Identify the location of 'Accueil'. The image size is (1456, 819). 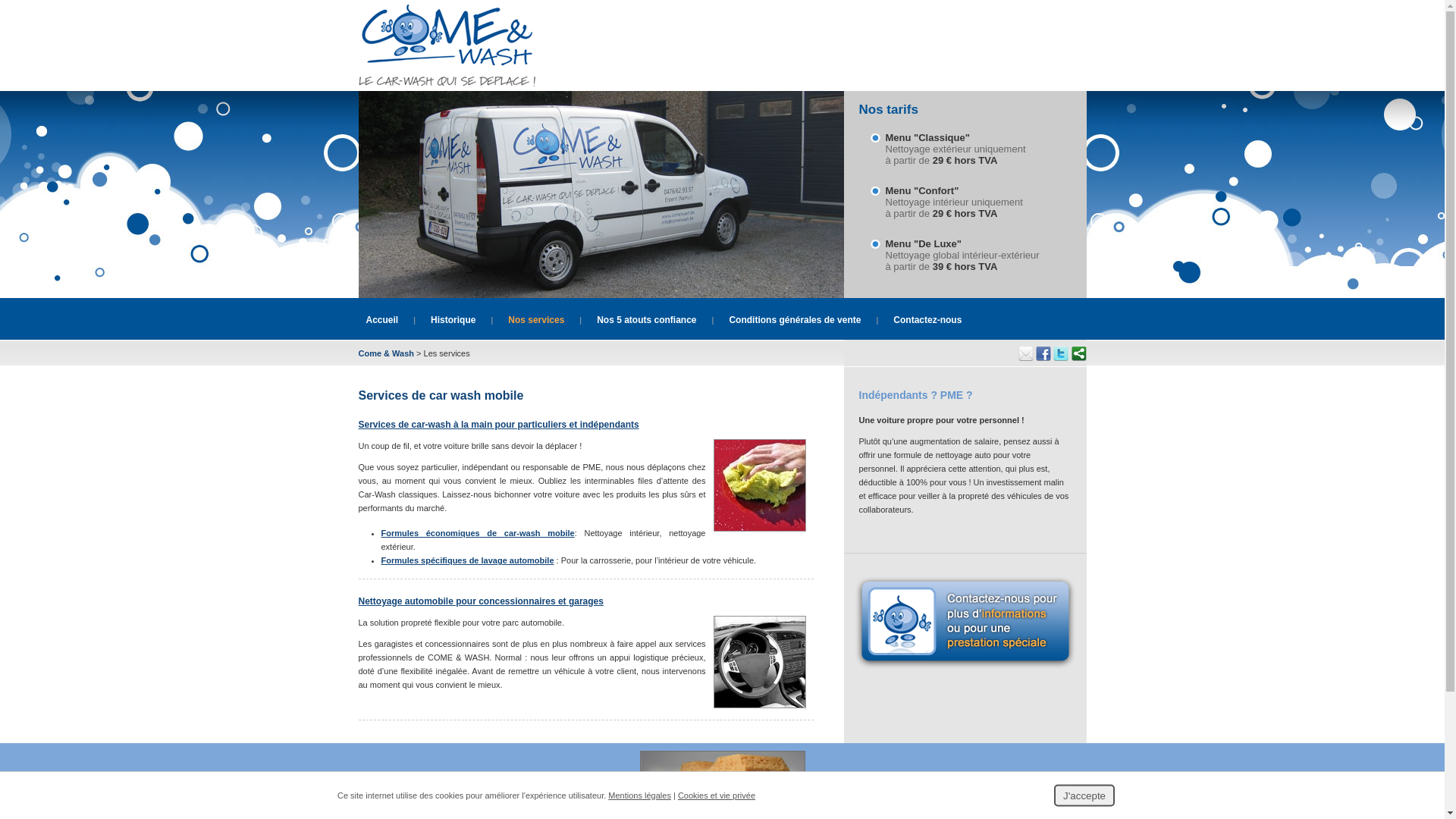
(381, 318).